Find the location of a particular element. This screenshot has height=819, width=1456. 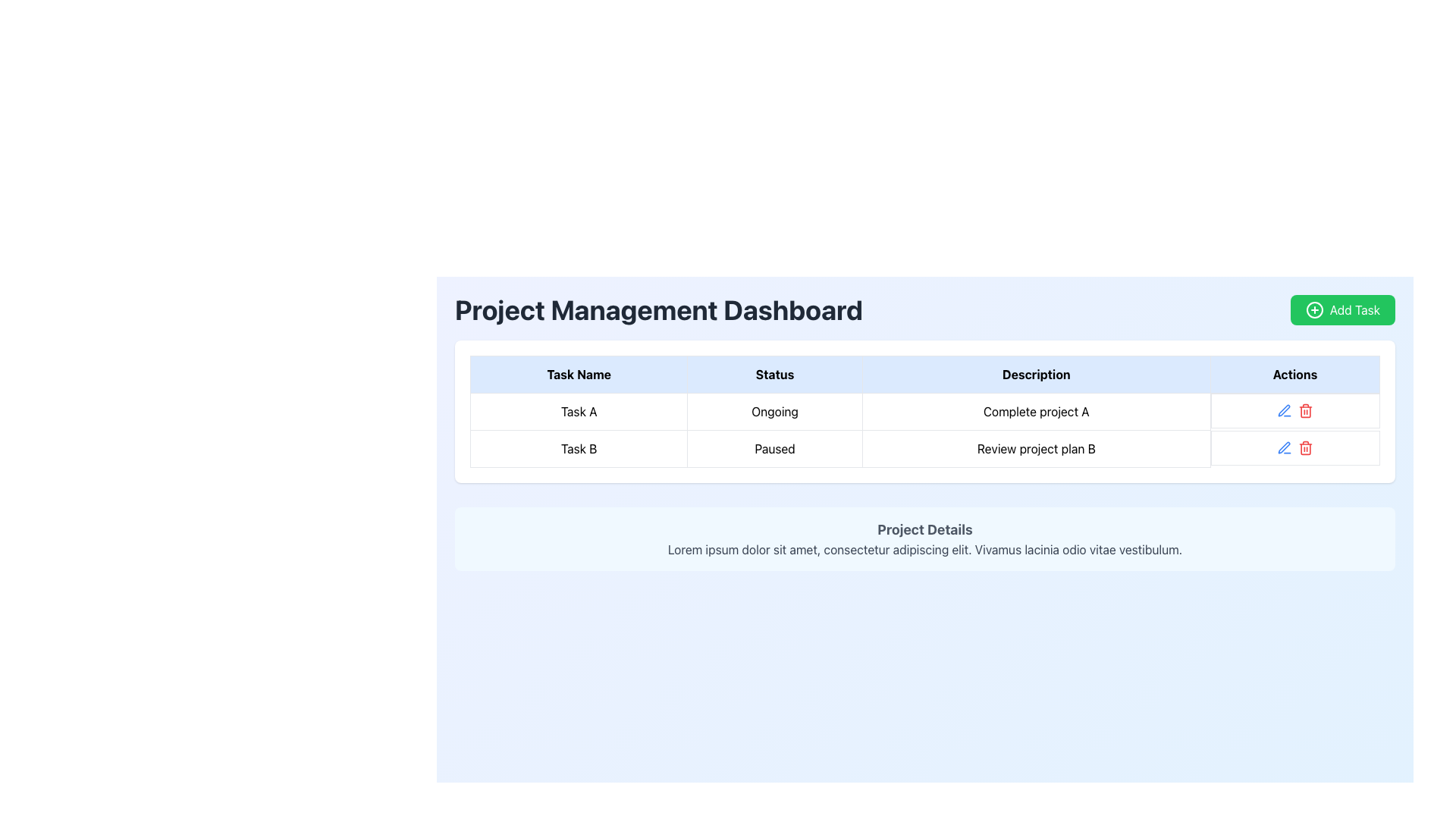

the static text element that serves as the header for the 'Task Name' column in the table, located at the far left position of its row, before the 'Status', 'Description', and 'Actions' headers is located at coordinates (578, 374).